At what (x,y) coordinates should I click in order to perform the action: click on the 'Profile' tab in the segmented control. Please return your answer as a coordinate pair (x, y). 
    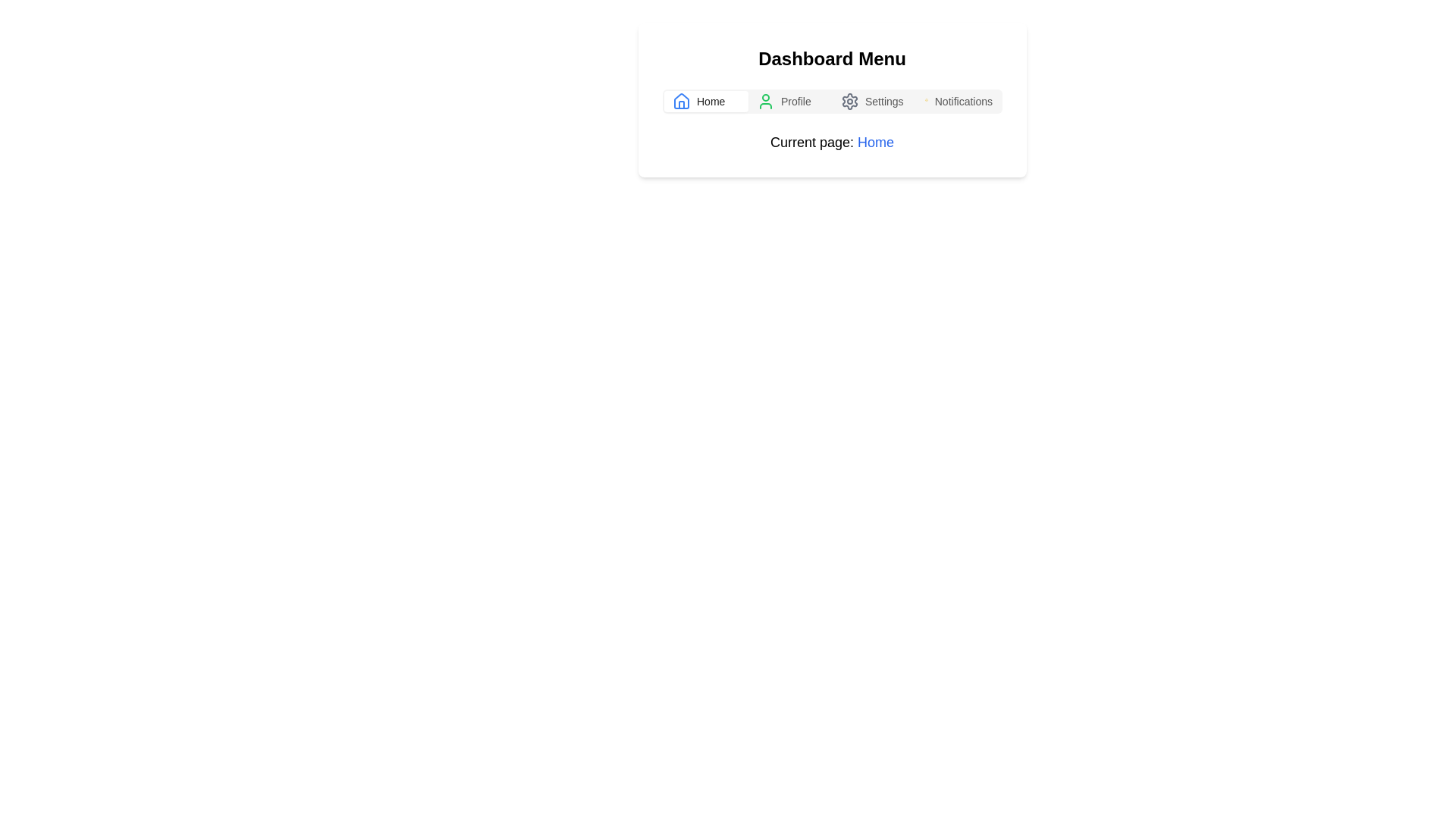
    Looking at the image, I should click on (789, 102).